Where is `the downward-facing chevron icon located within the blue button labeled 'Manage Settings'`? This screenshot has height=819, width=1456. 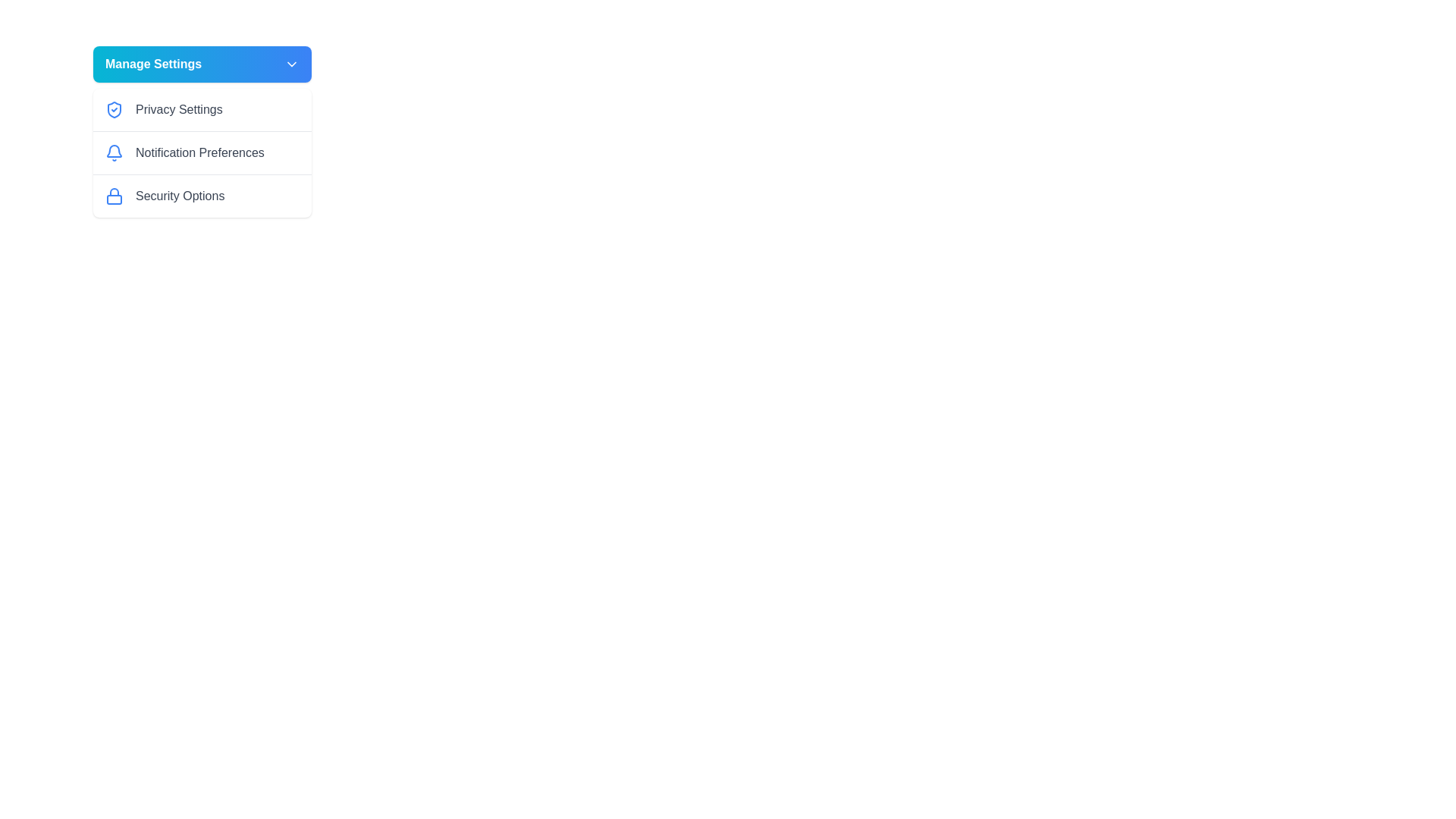
the downward-facing chevron icon located within the blue button labeled 'Manage Settings' is located at coordinates (291, 63).